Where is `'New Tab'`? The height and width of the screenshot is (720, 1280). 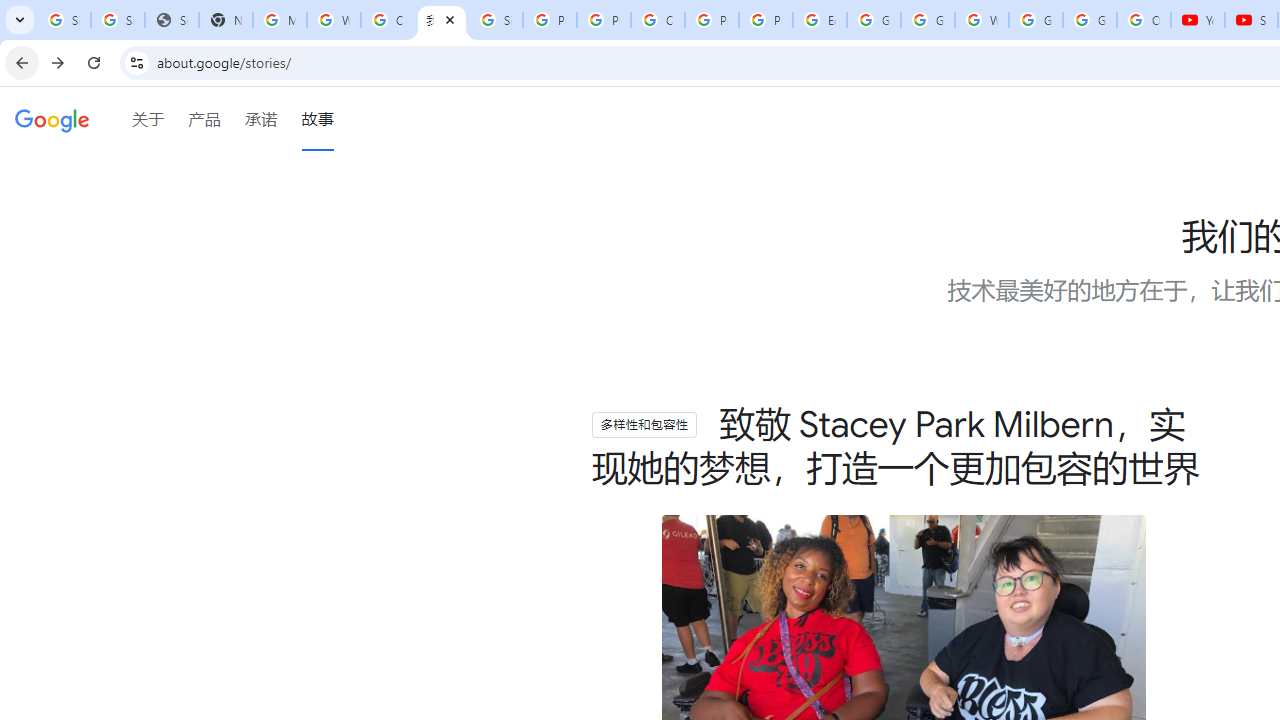
'New Tab' is located at coordinates (225, 20).